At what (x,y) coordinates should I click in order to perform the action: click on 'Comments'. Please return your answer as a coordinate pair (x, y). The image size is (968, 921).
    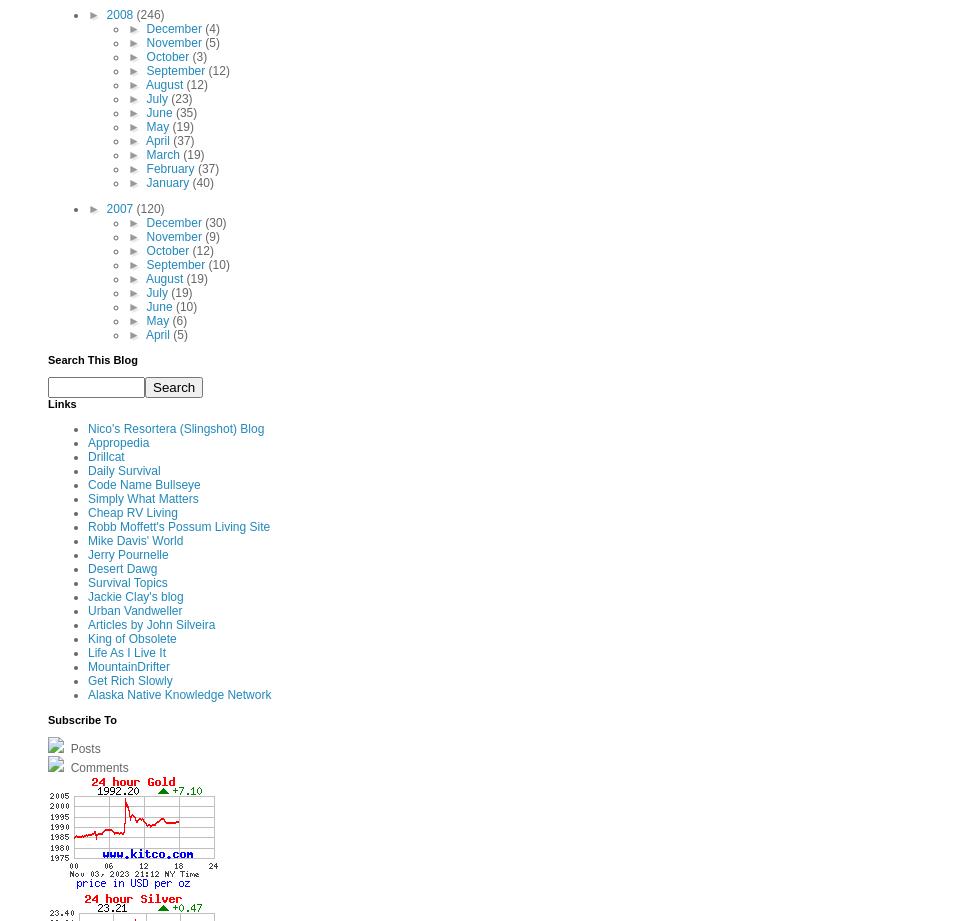
    Looking at the image, I should click on (65, 767).